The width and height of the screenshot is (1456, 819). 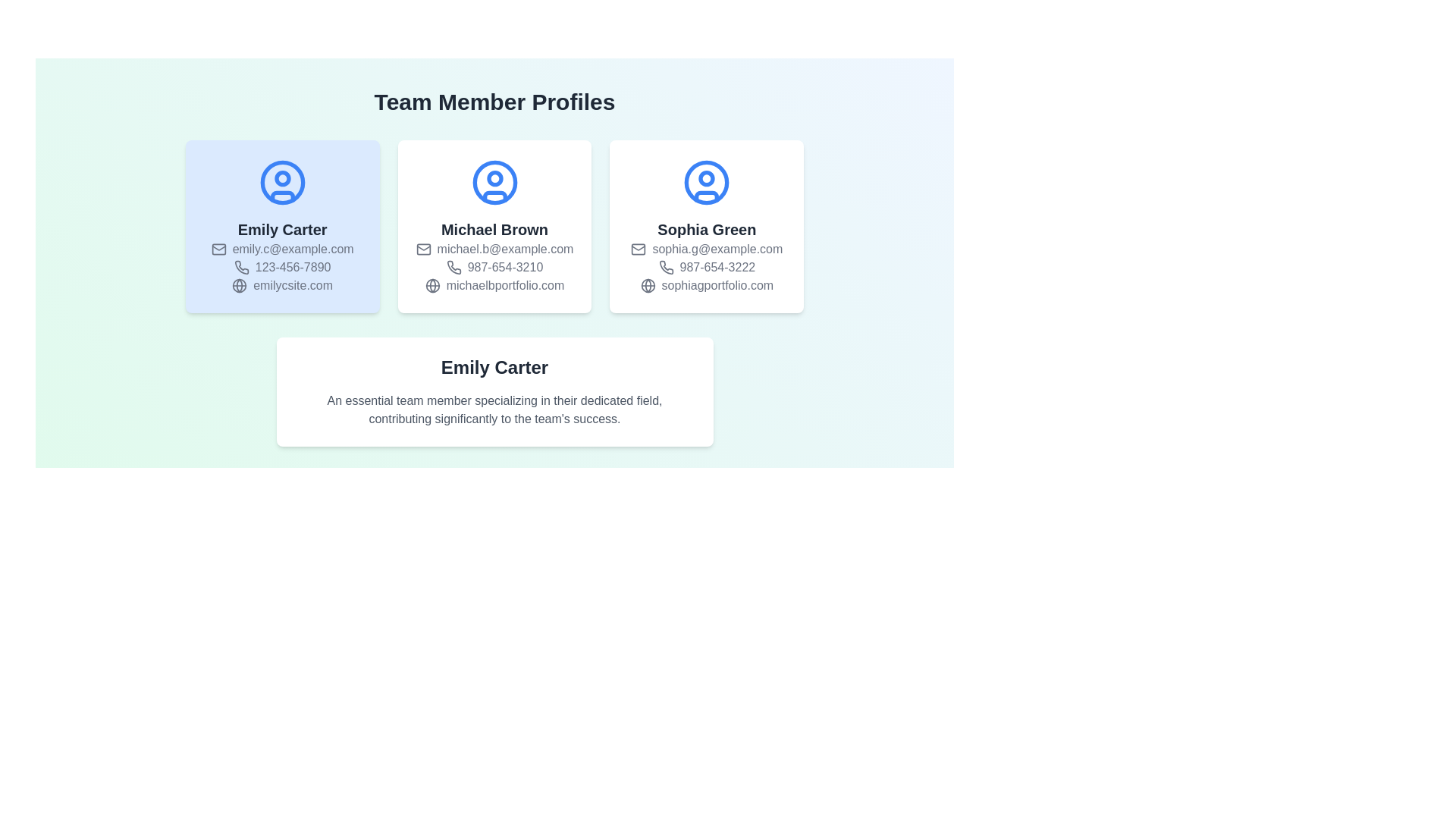 I want to click on the globe icon located next to 'michaelbportfolio.com' in the profile card of Michael Brown to follow the associated link, so click(x=431, y=286).